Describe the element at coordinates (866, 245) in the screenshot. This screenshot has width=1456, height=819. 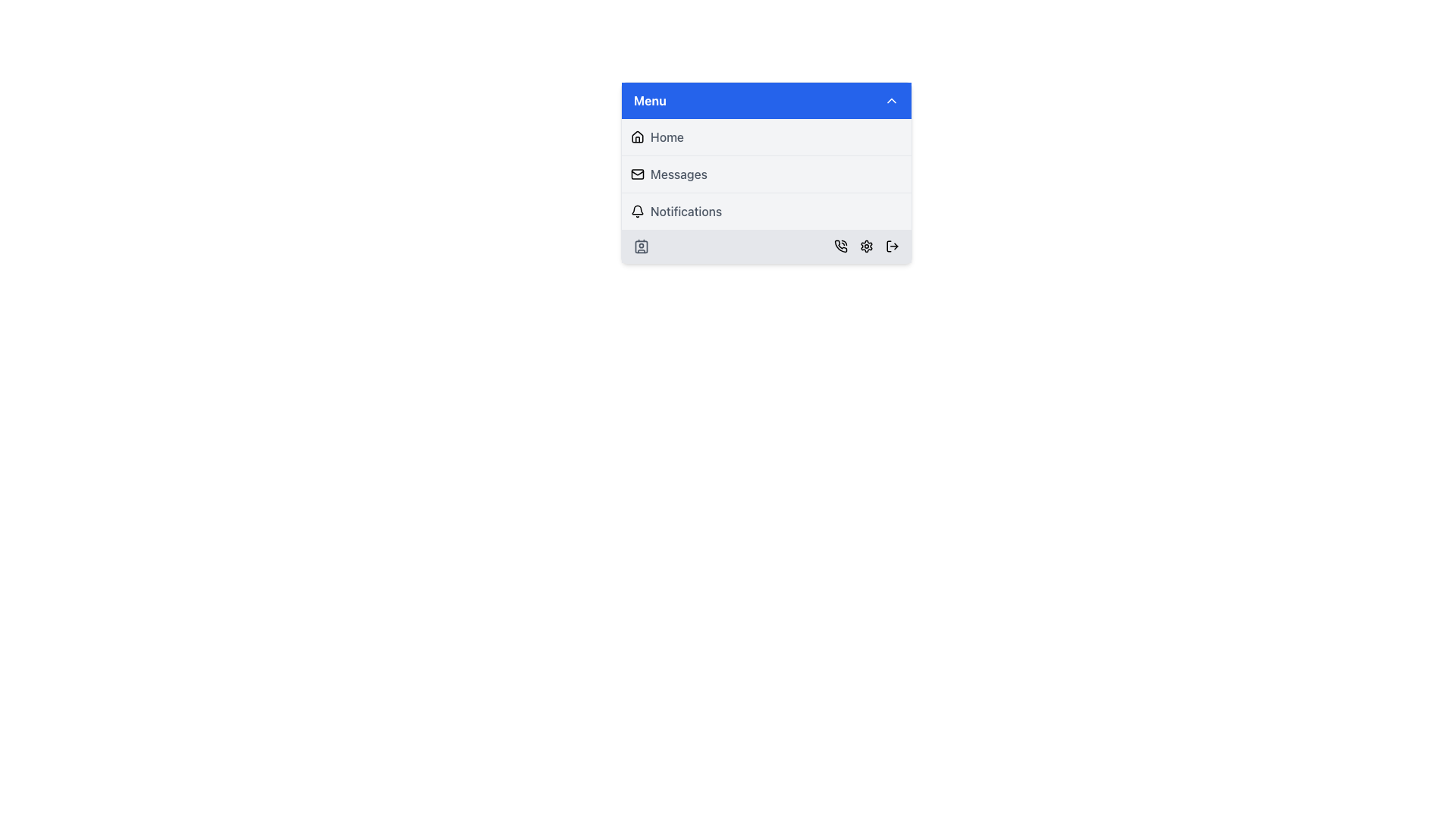
I see `the gear icon button, which is styled as a black outline on a gray background, located in the bottom row of icons within the menu box` at that location.